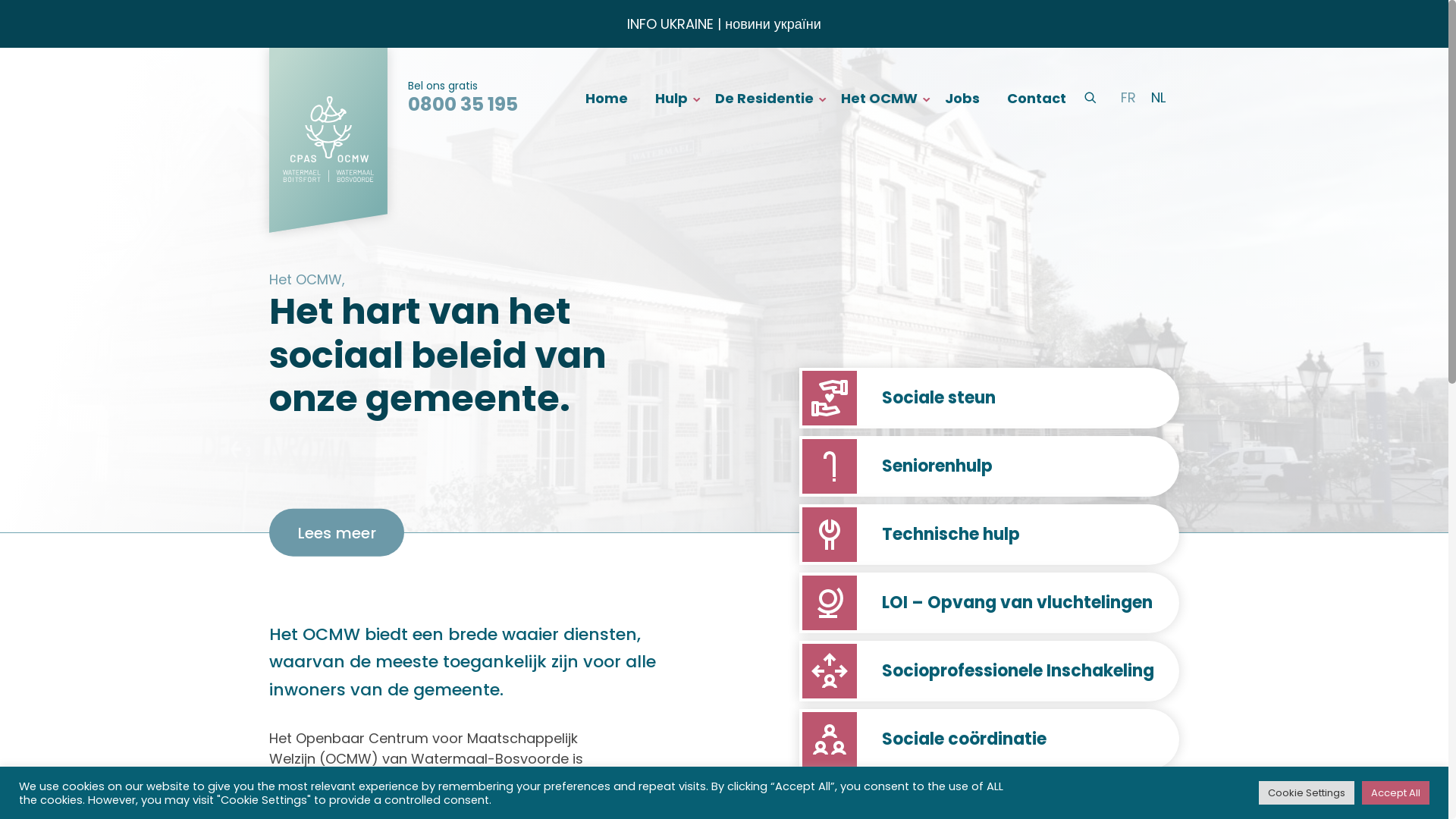  Describe the element at coordinates (989, 534) in the screenshot. I see `'Technische hulp'` at that location.